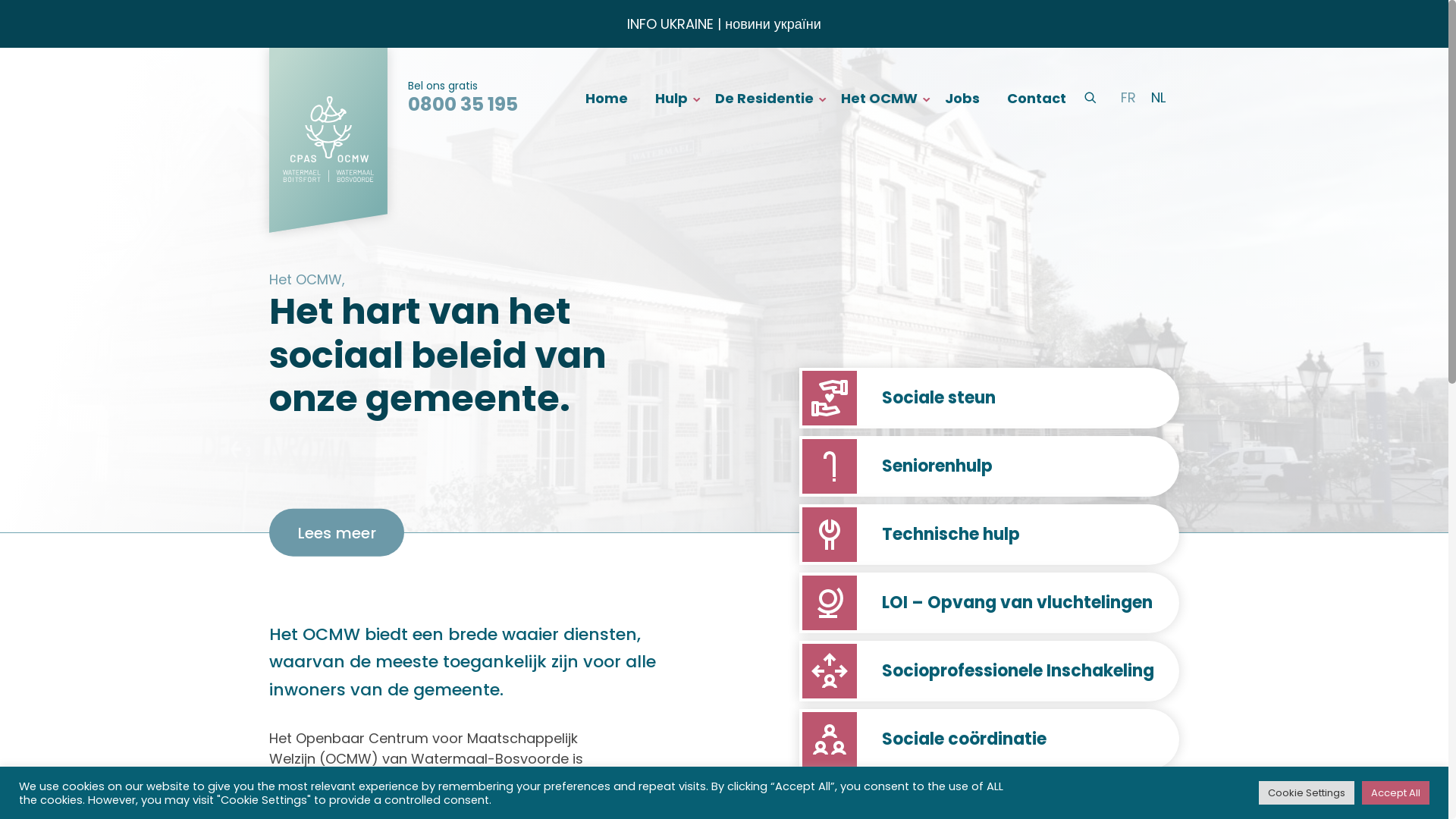  Describe the element at coordinates (989, 534) in the screenshot. I see `'Technische hulp'` at that location.